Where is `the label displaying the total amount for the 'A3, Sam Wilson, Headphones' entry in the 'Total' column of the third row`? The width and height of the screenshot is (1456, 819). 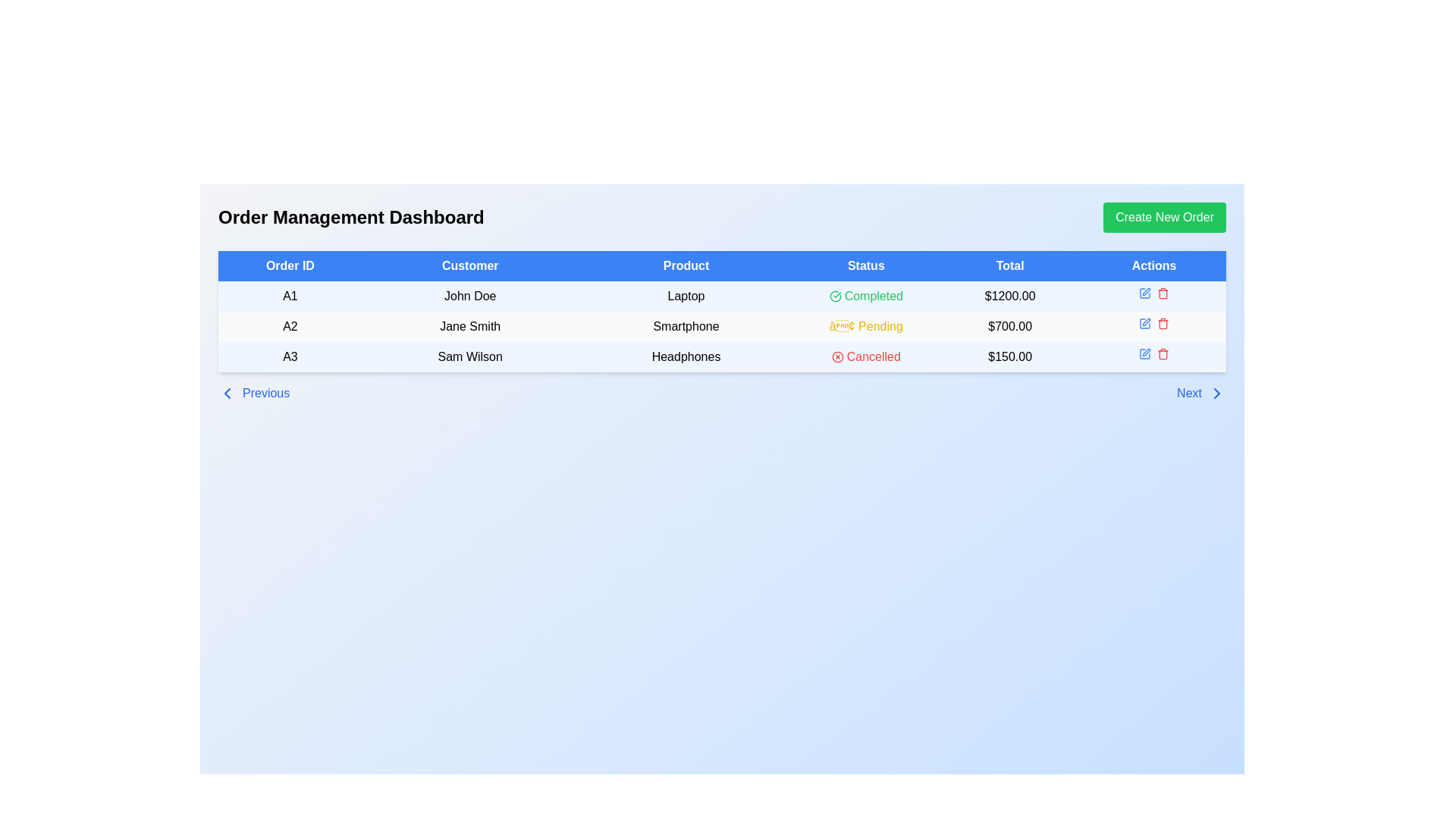
the label displaying the total amount for the 'A3, Sam Wilson, Headphones' entry in the 'Total' column of the third row is located at coordinates (1010, 356).